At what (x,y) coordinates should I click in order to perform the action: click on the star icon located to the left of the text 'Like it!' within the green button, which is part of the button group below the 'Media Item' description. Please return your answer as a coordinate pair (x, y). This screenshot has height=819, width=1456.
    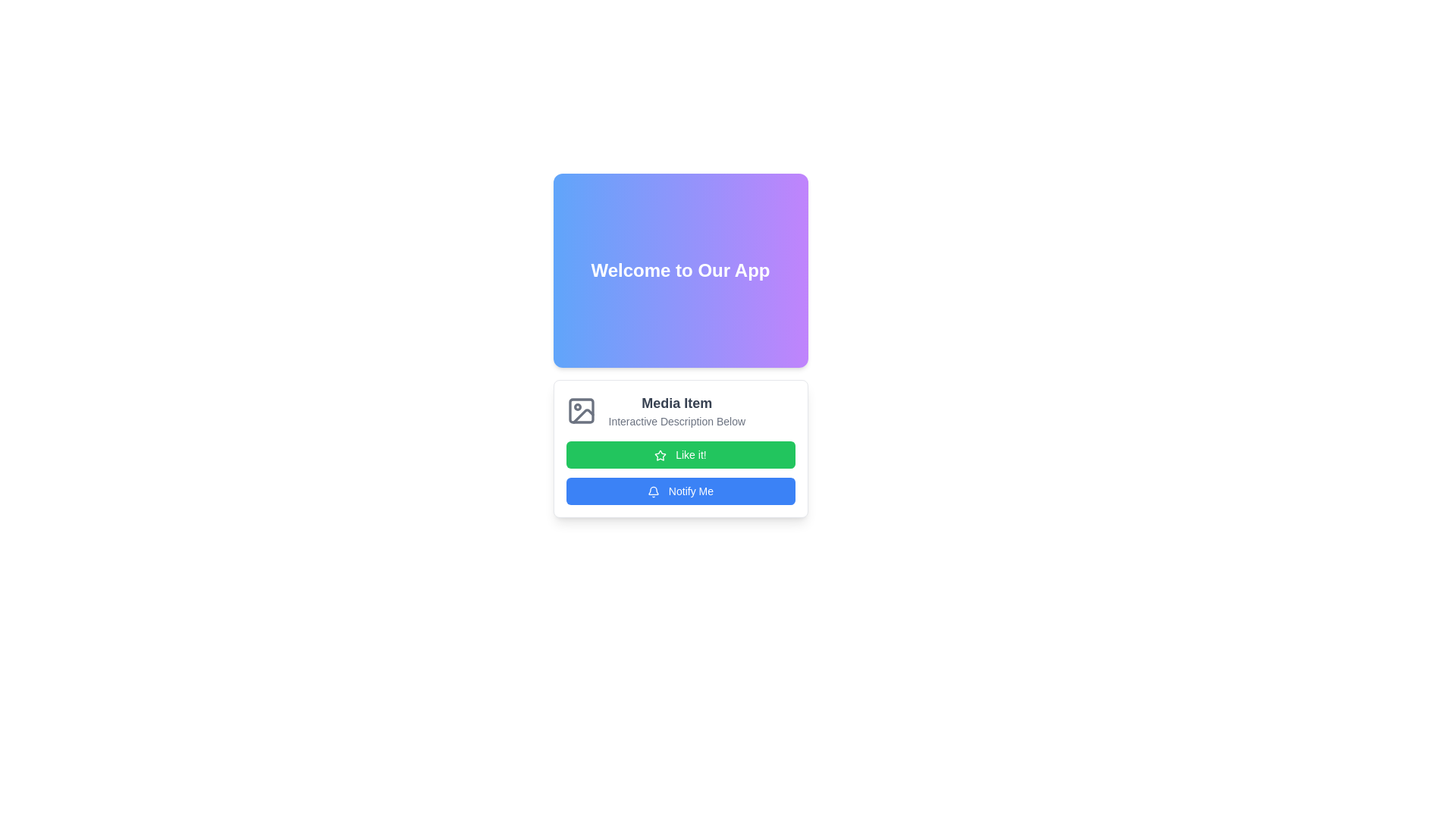
    Looking at the image, I should click on (661, 455).